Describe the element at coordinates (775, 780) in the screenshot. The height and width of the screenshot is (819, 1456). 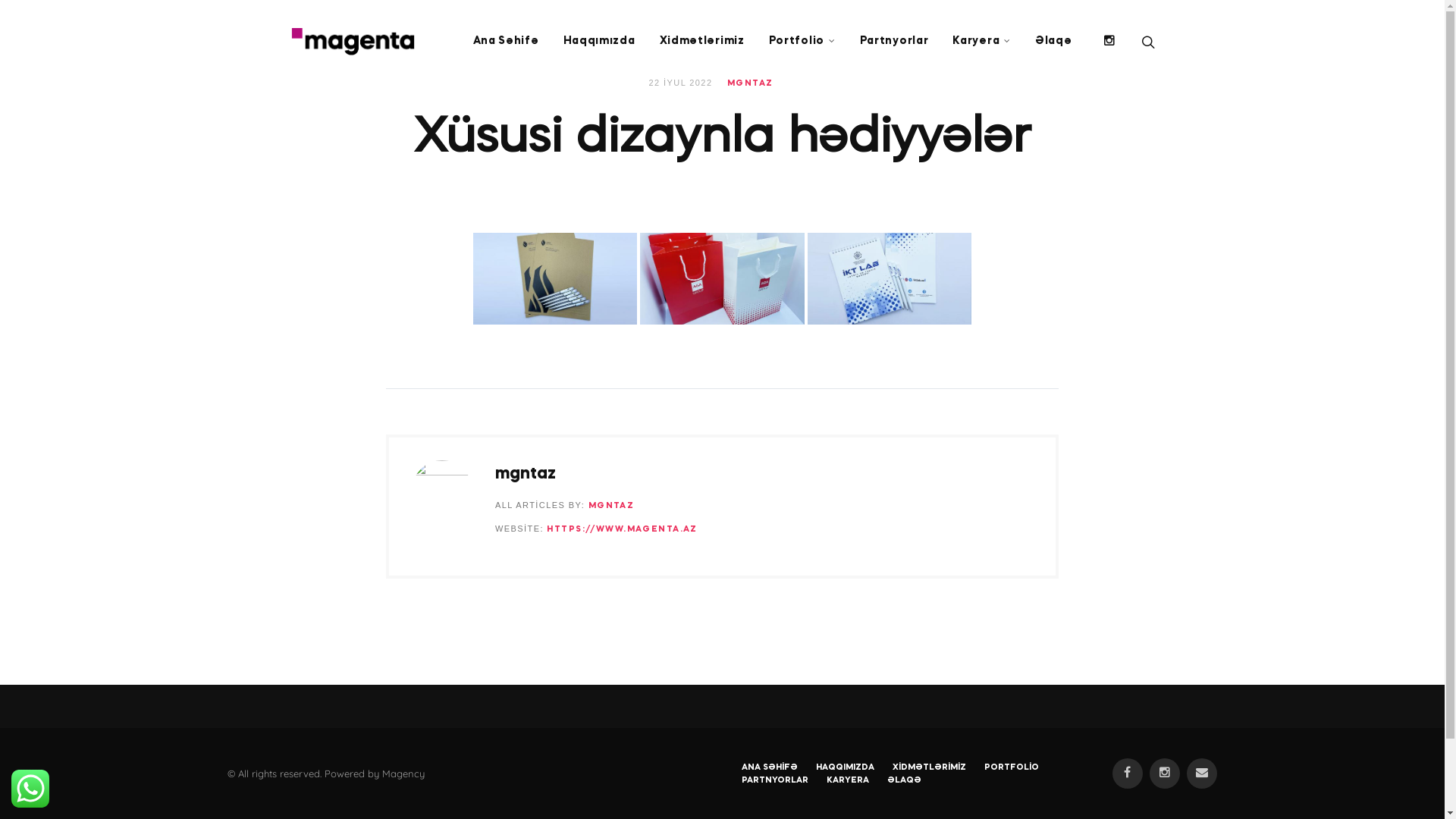
I see `'PARTNYORLAR'` at that location.